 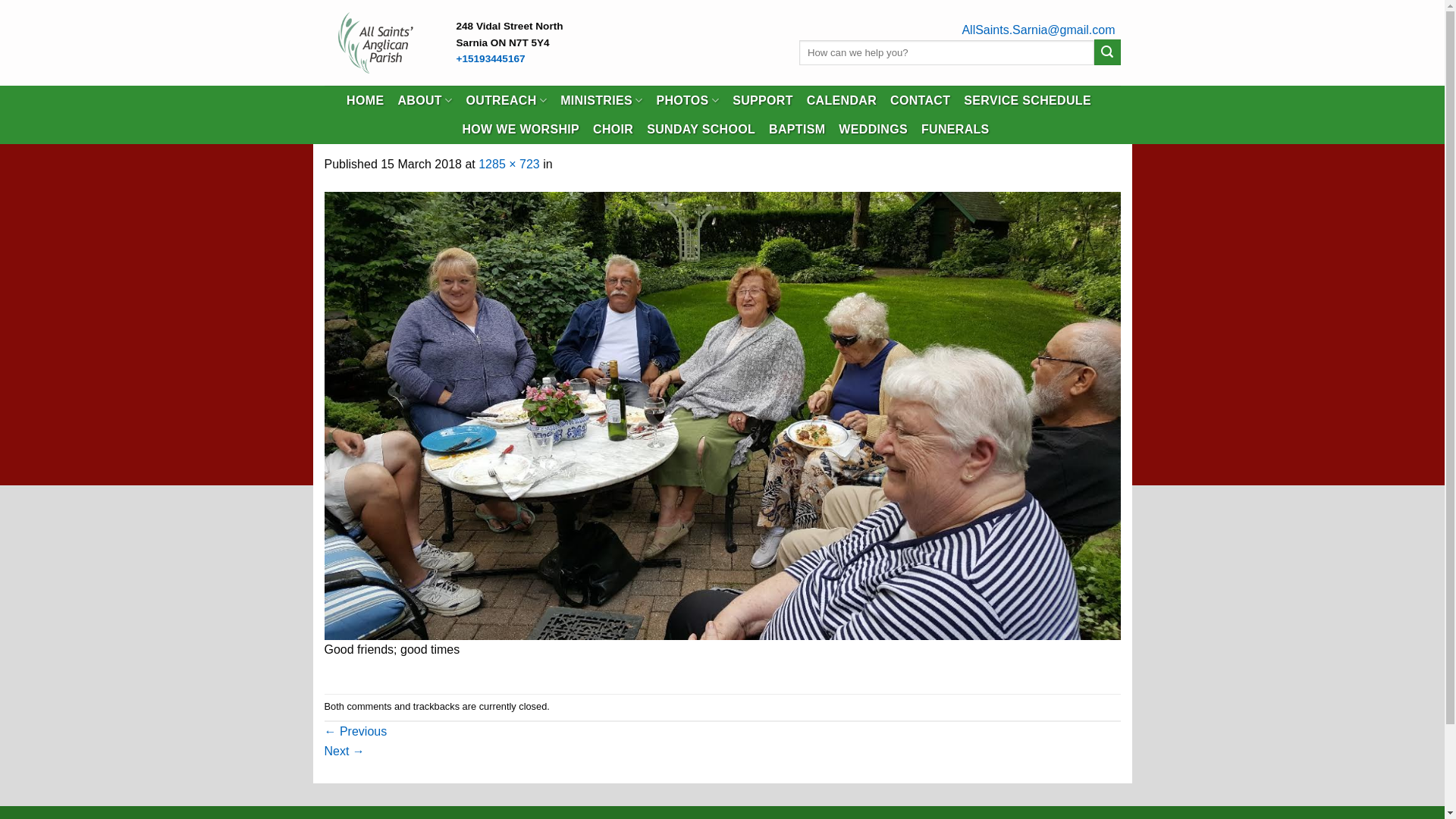 I want to click on 'HOW WE WORSHIP', so click(x=461, y=128).